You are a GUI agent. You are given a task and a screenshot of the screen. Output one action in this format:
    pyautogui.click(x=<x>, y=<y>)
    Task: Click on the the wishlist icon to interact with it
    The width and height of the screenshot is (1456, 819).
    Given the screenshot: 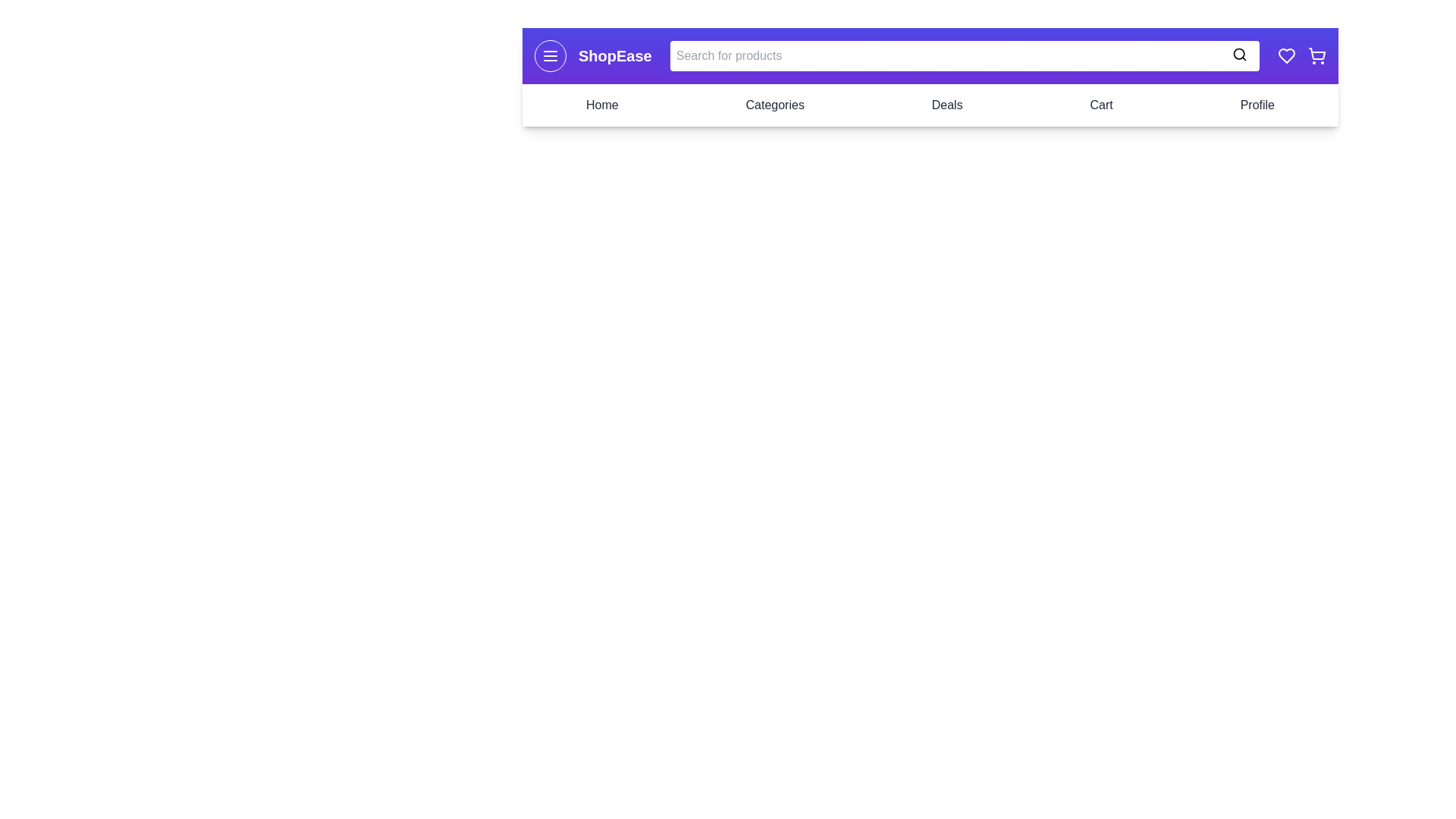 What is the action you would take?
    pyautogui.click(x=1286, y=55)
    